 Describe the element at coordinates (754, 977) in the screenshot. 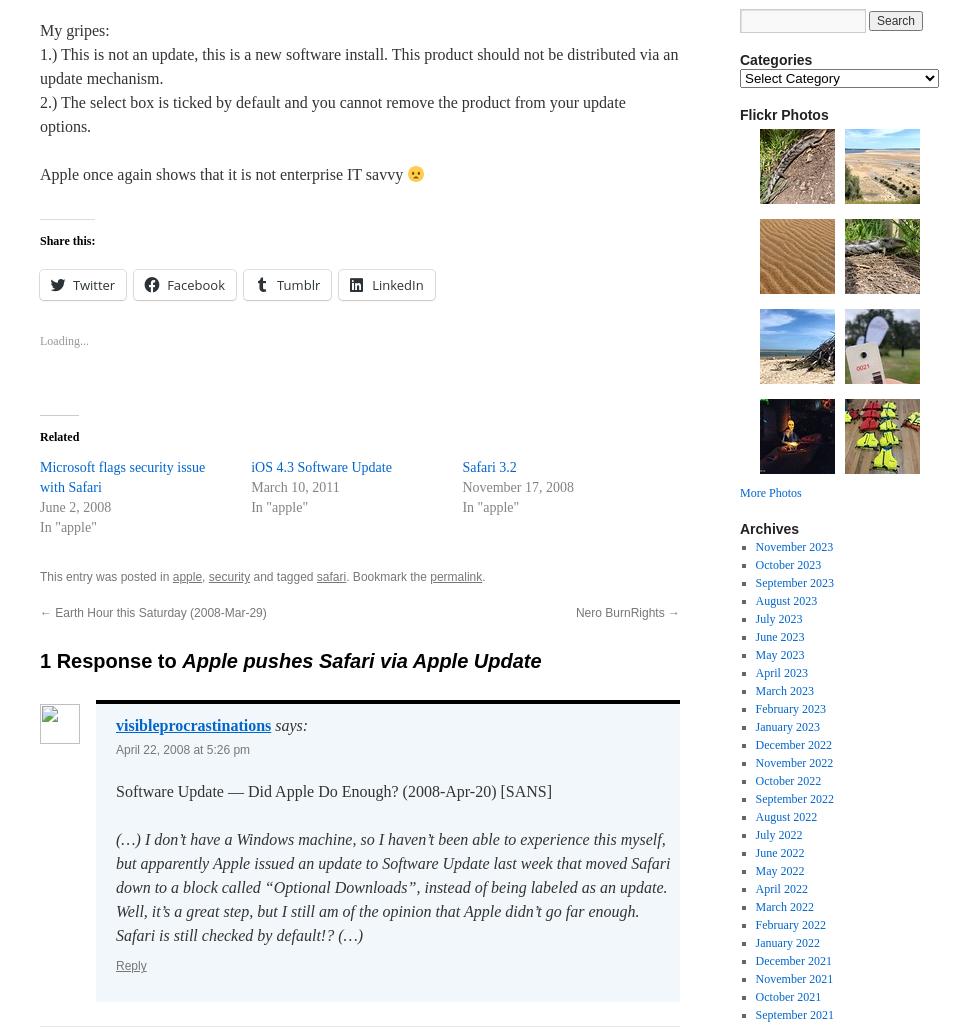

I see `'November 2021'` at that location.